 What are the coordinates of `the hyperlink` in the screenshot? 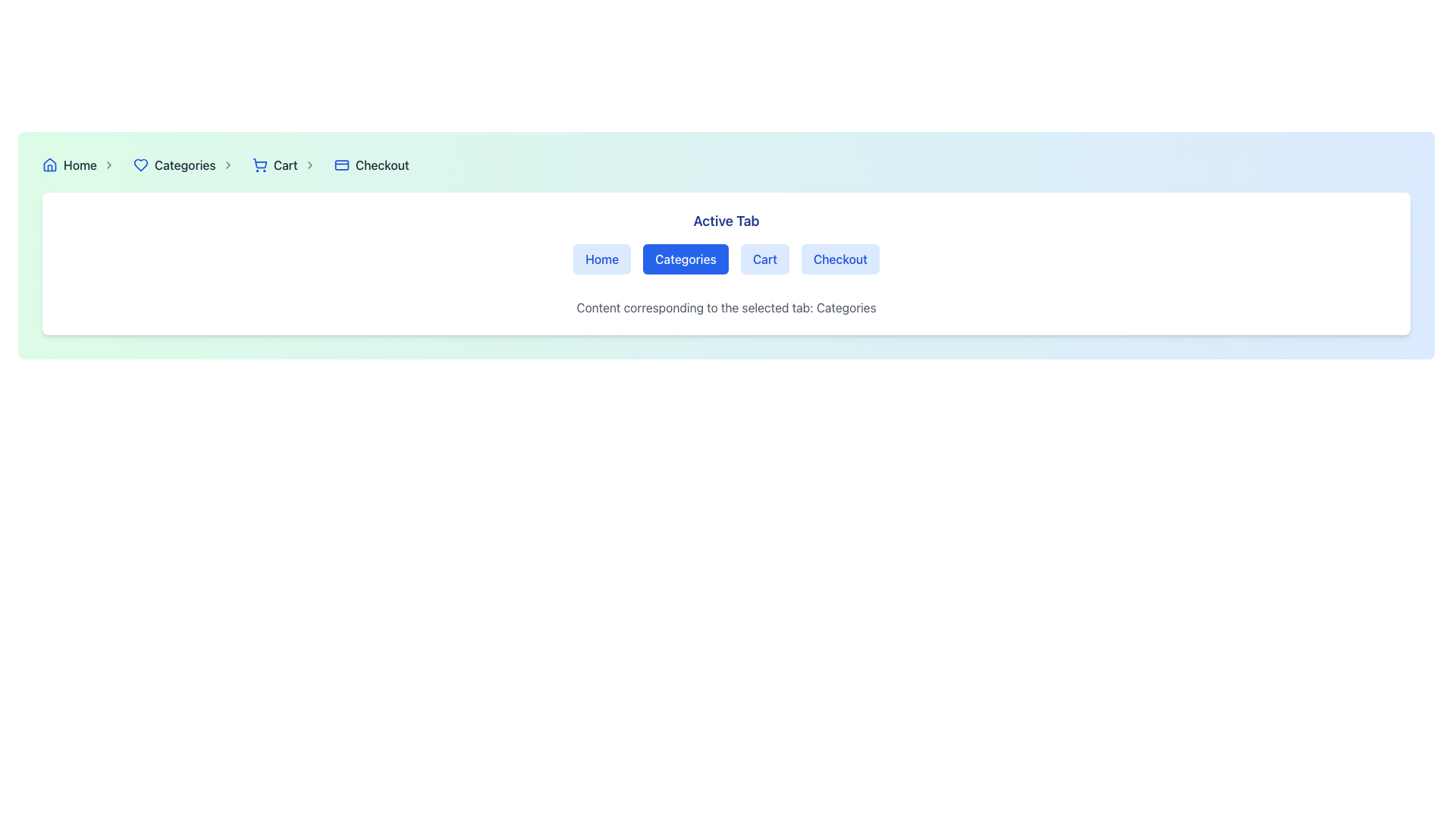 It's located at (382, 165).